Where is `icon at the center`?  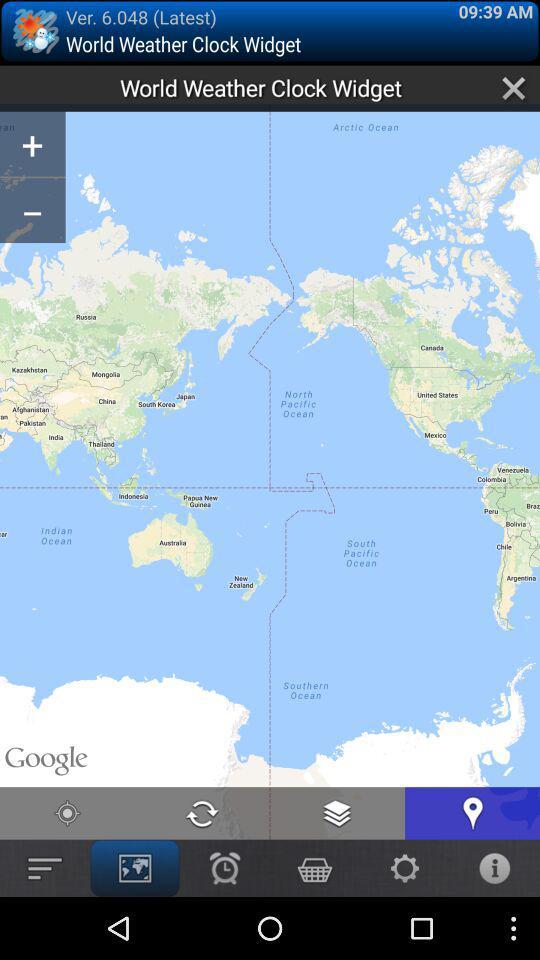
icon at the center is located at coordinates (270, 418).